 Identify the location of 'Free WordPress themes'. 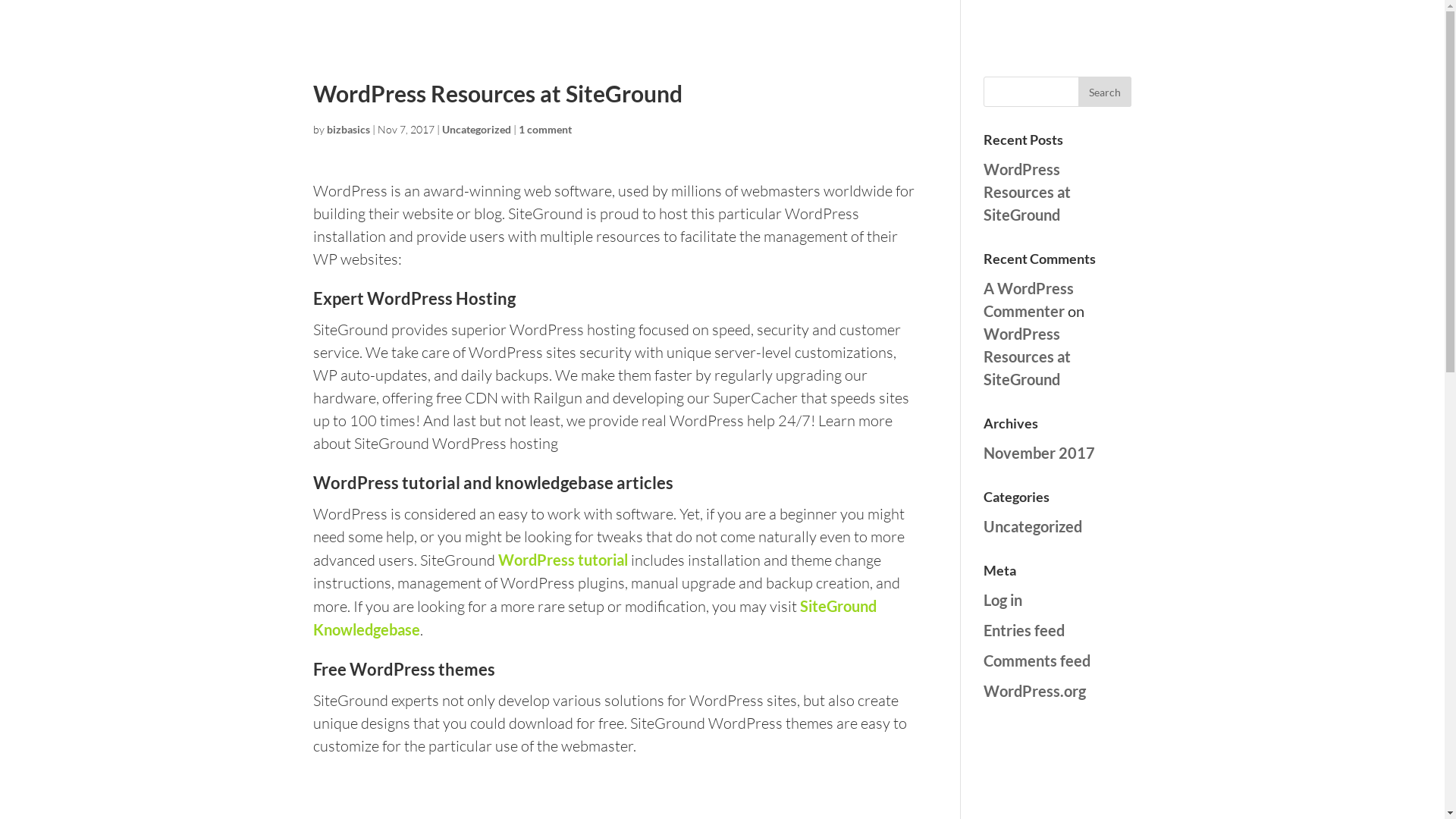
(403, 668).